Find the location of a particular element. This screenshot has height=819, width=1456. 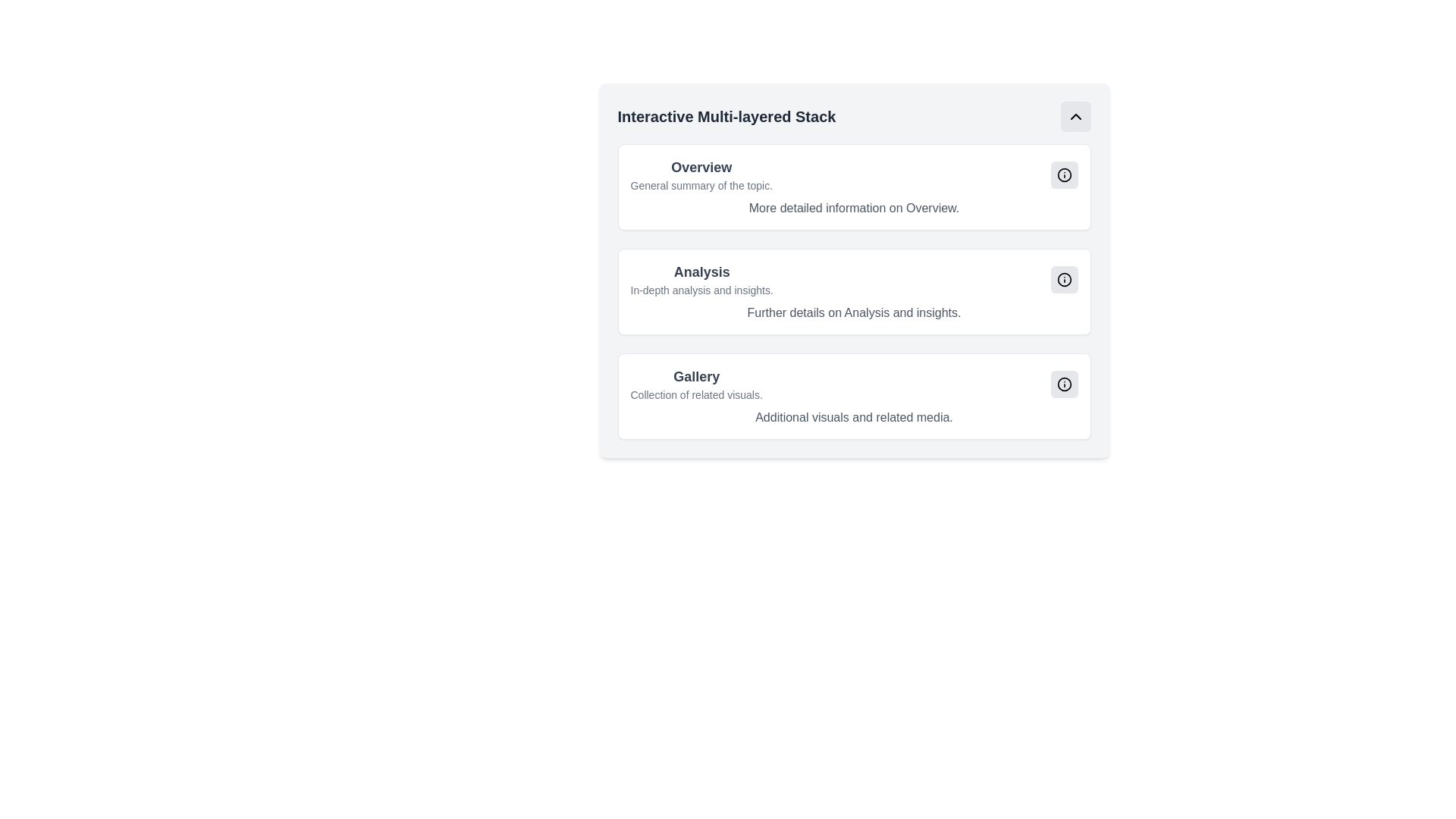

the informational icon button located to the right of the 'Overview' section title is located at coordinates (1063, 174).